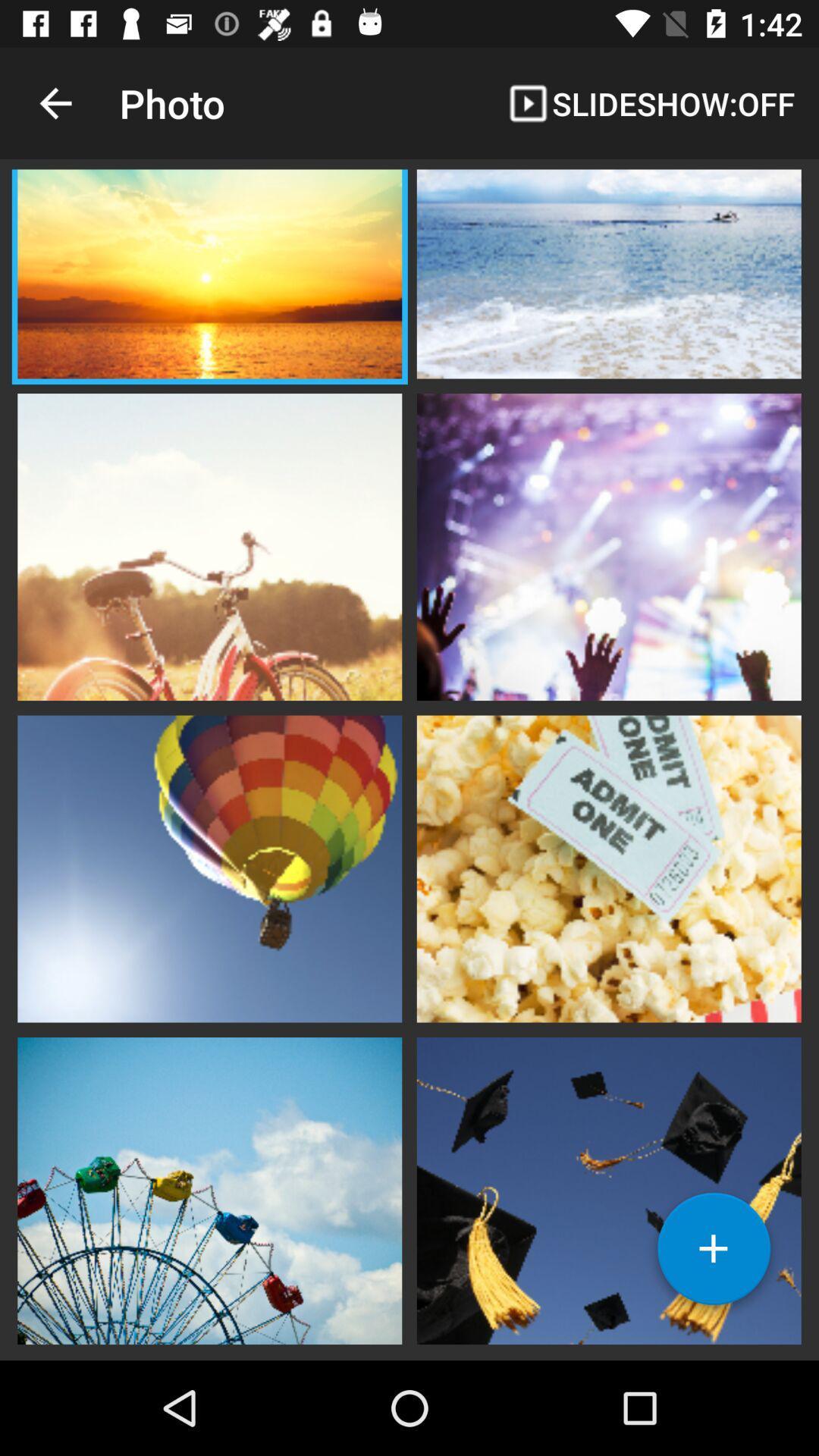 The height and width of the screenshot is (1456, 819). What do you see at coordinates (209, 867) in the screenshot?
I see `opens picture` at bounding box center [209, 867].